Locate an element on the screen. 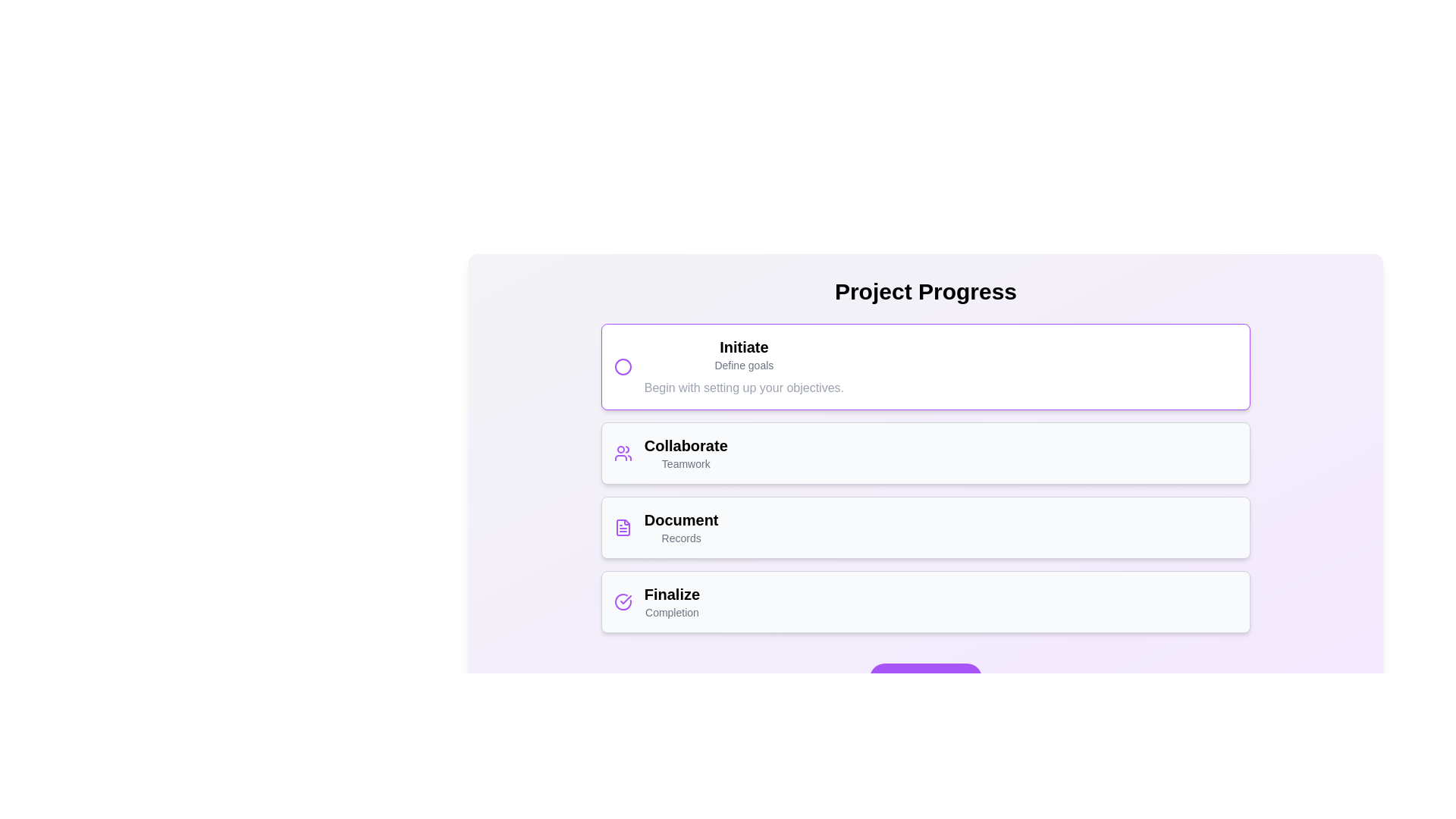 The image size is (1456, 819). text content of the label displaying 'Records', which is a smaller, light gray font located immediately beneath the bolded label 'Document' in the third section of a vertically stacked list is located at coordinates (680, 537).